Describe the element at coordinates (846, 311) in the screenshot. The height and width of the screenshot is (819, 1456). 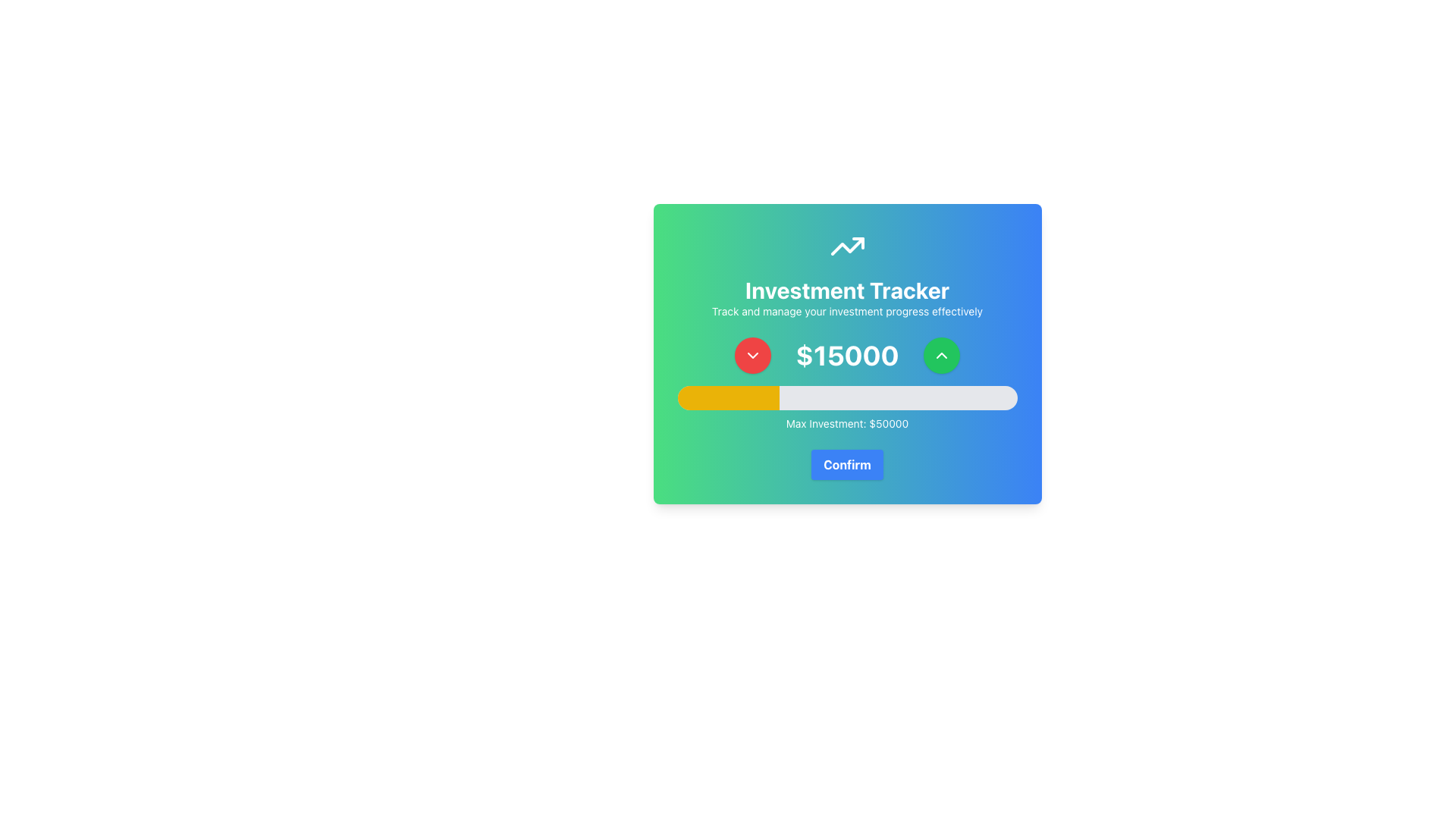
I see `text from the Text Label that displays 'Track and manage your investment progress effectively.' located beneath 'Investment Tracker'` at that location.